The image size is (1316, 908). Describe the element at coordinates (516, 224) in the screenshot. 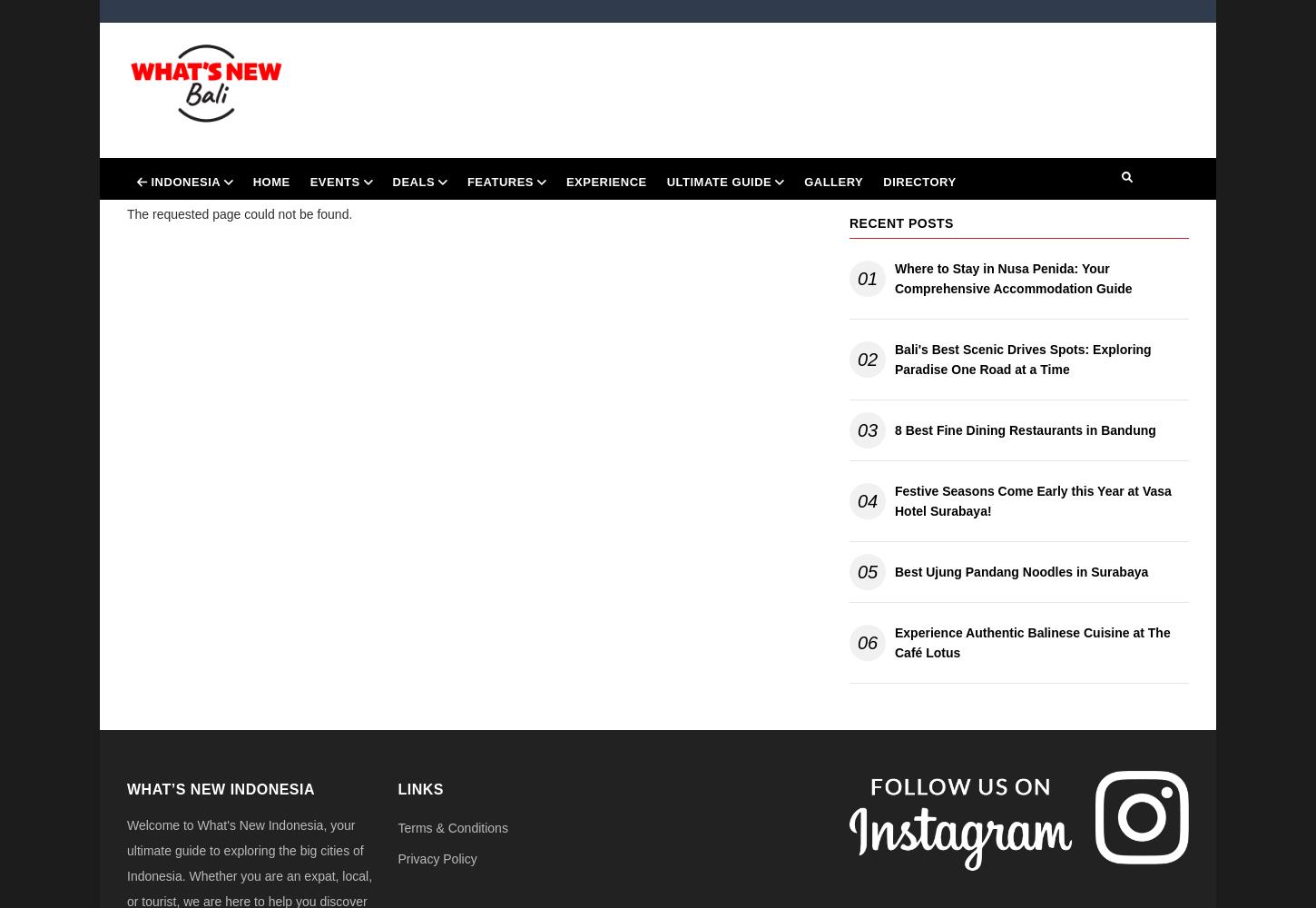

I see `'Dine & Drink'` at that location.